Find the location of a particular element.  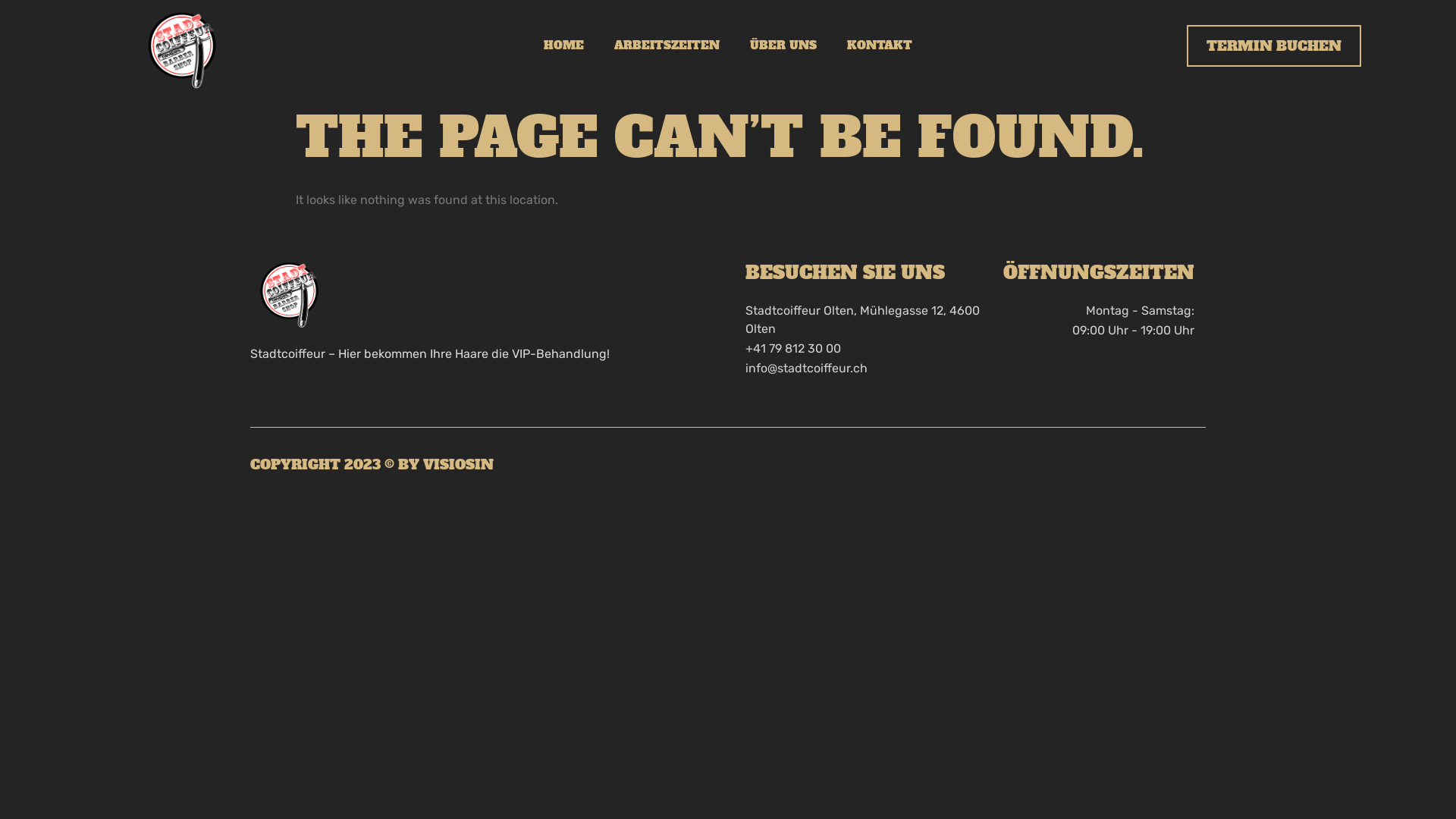

'KONTAKT' is located at coordinates (880, 45).